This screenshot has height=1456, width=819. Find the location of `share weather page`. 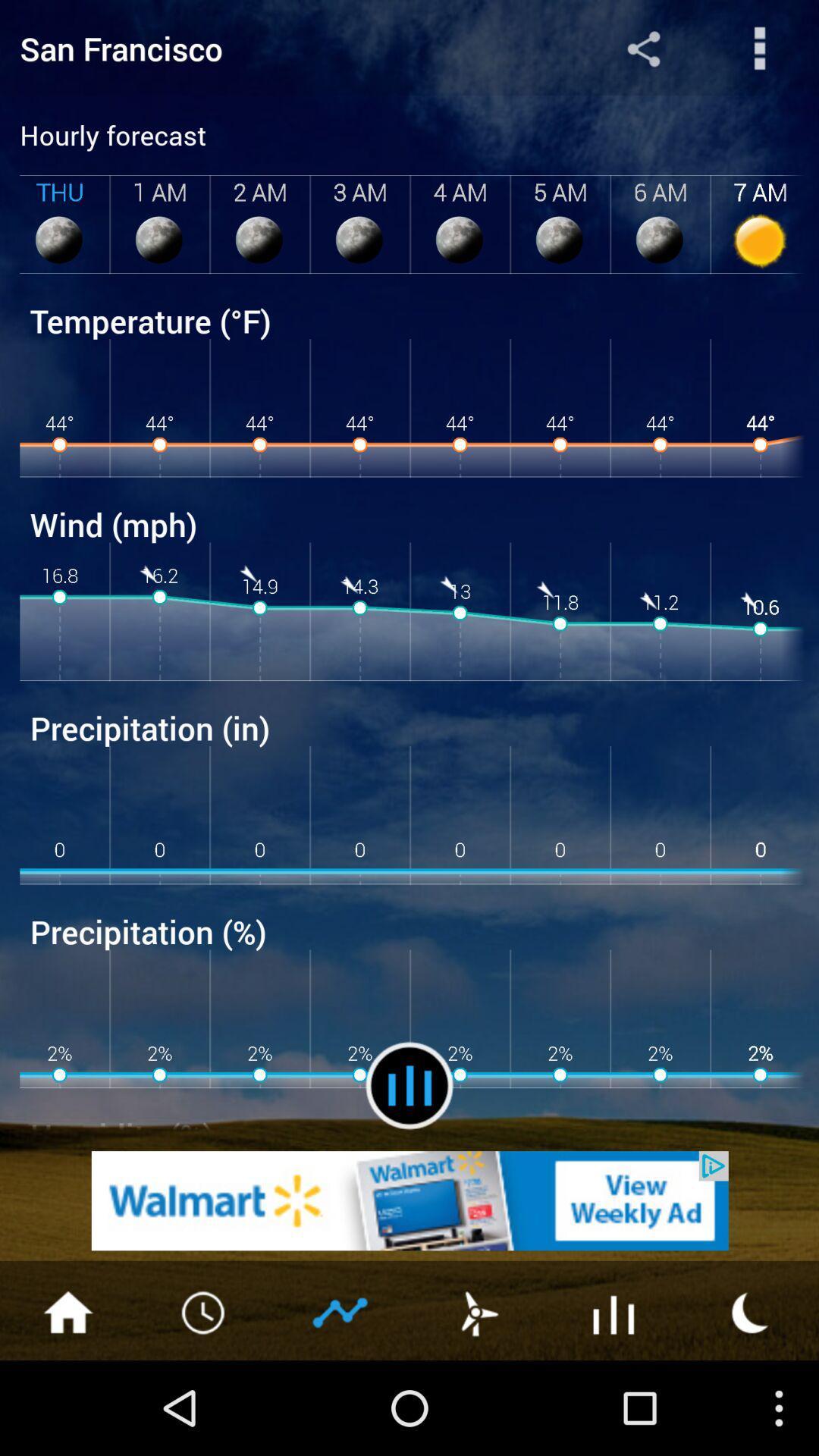

share weather page is located at coordinates (760, 48).